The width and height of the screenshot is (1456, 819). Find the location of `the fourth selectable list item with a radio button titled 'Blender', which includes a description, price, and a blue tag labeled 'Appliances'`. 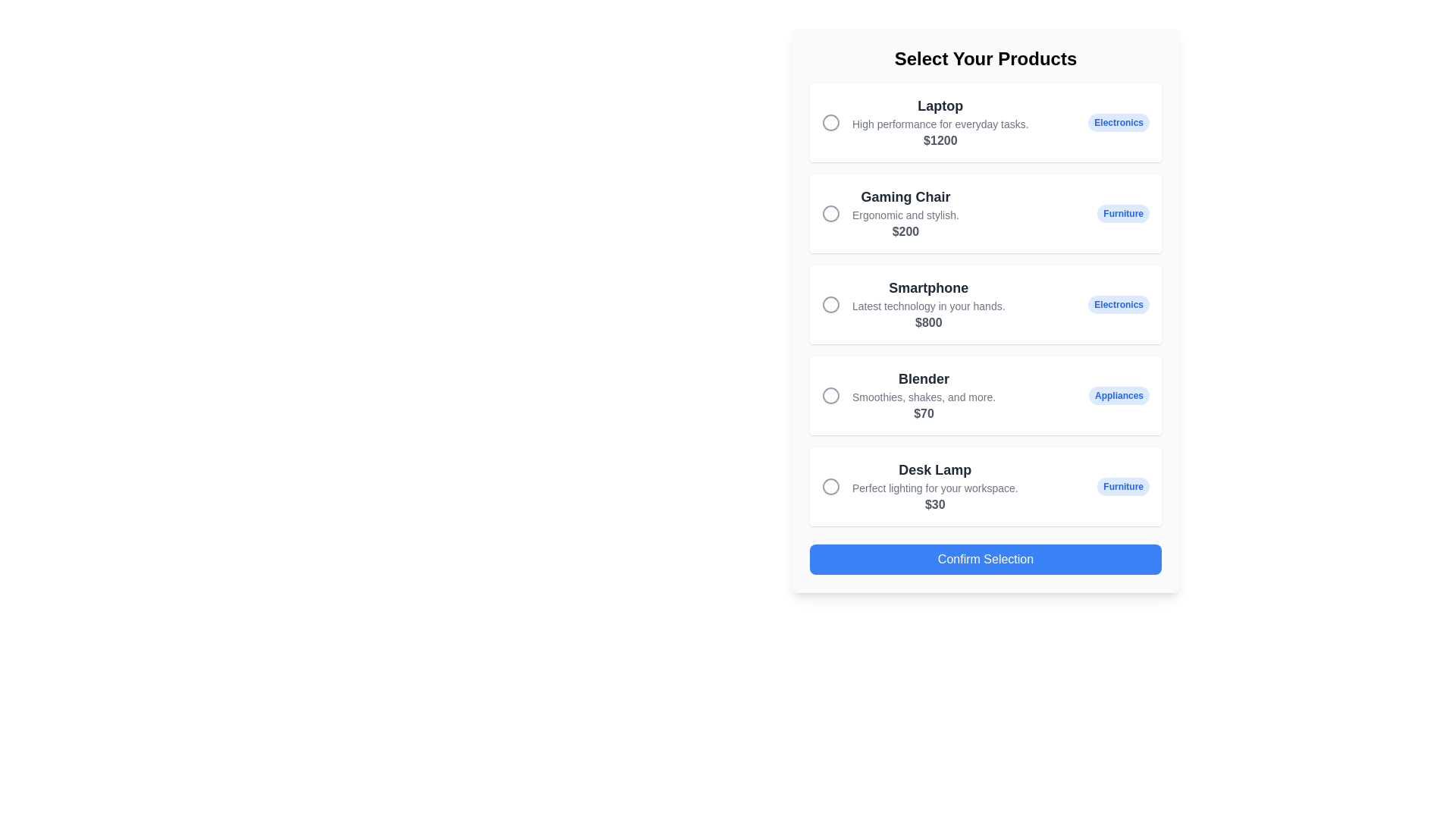

the fourth selectable list item with a radio button titled 'Blender', which includes a description, price, and a blue tag labeled 'Appliances' is located at coordinates (986, 394).